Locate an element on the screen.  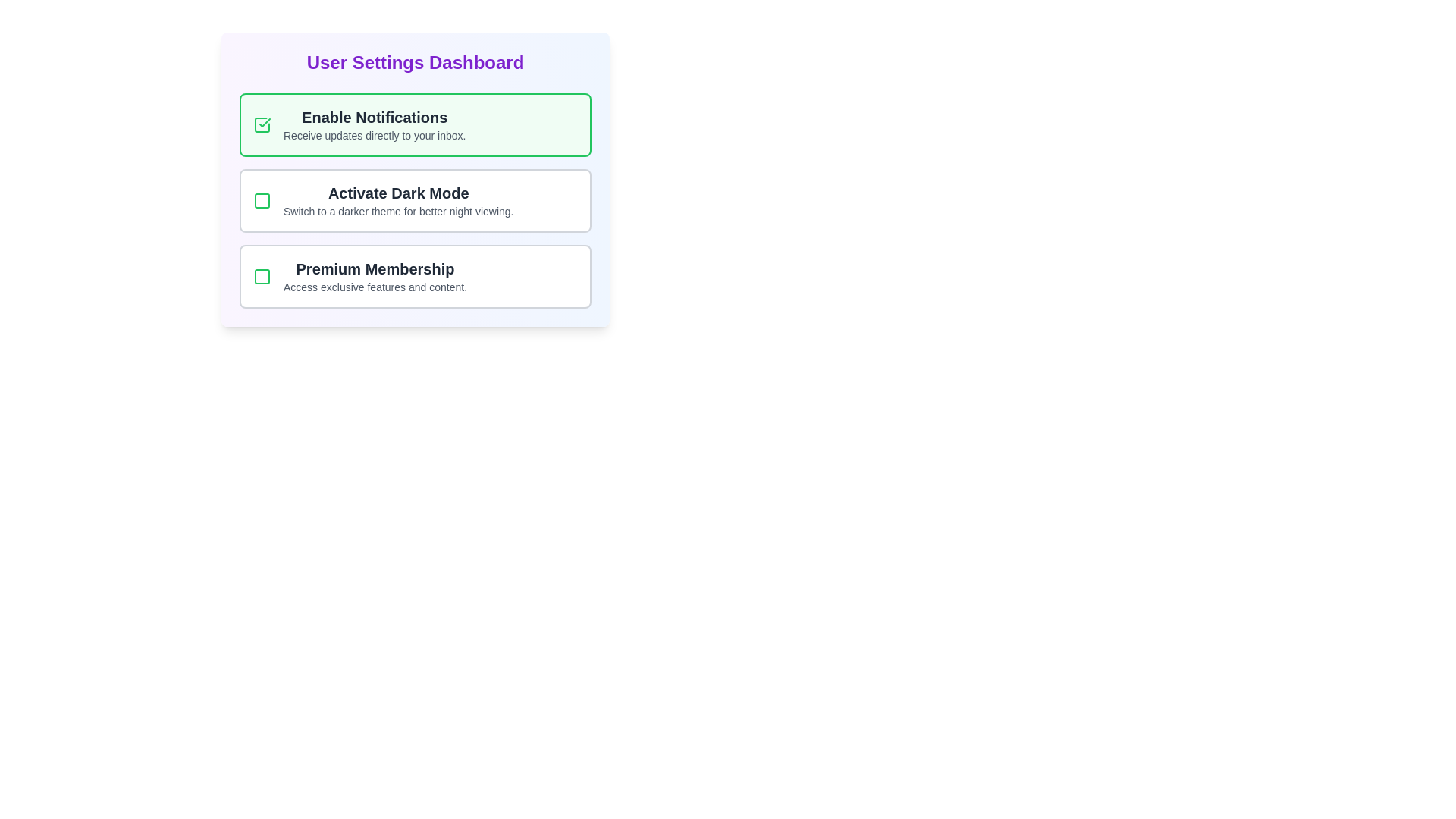
the inner rectangular shape inside the square icon associated with the 'Premium Membership' feature in the third row of the interface is located at coordinates (262, 277).